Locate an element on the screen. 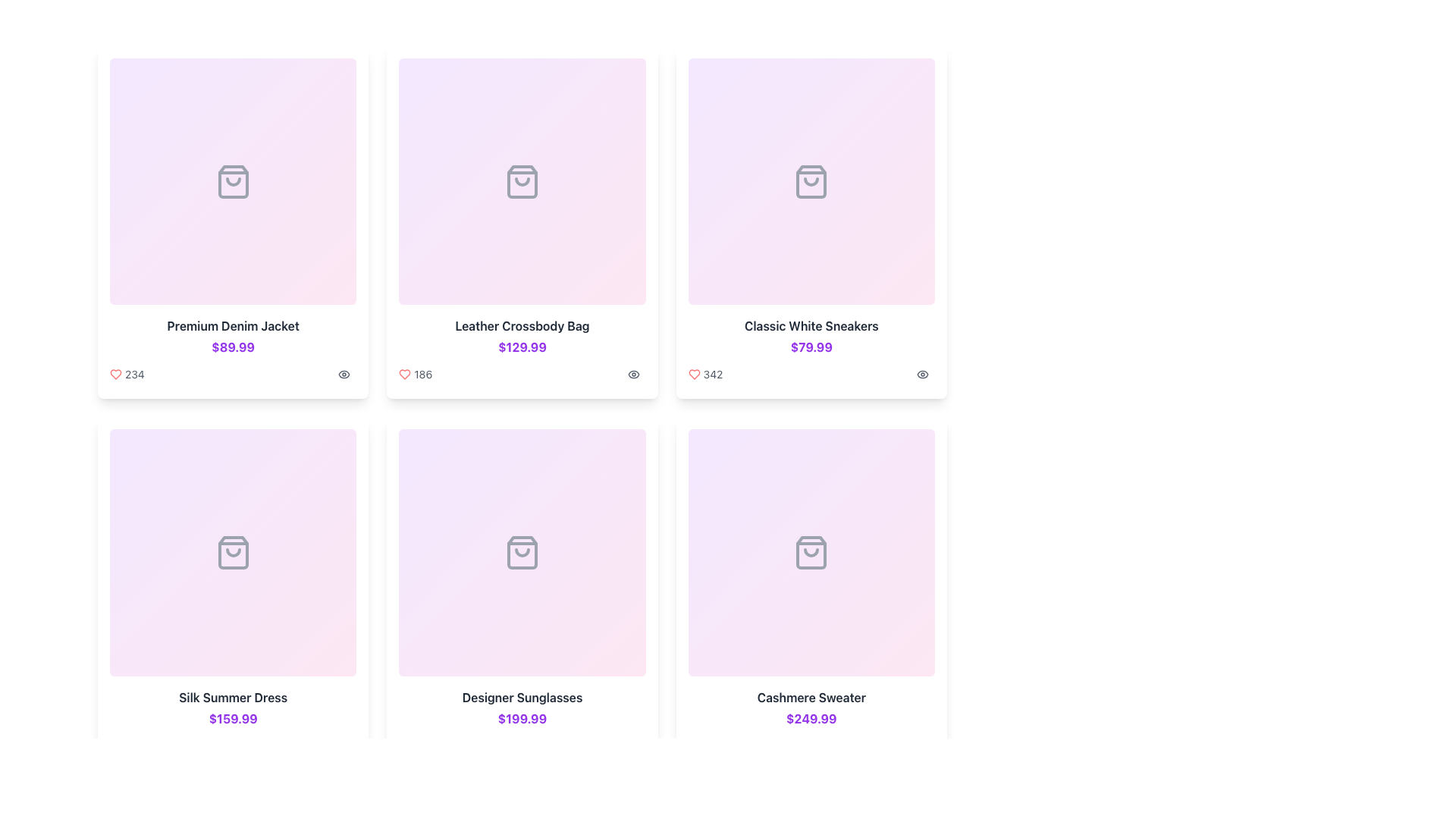 The image size is (1456, 819). the text label element displaying the product name 'Classic White Sneakers', located in the third column of the first row of the product grid layout is located at coordinates (811, 325).